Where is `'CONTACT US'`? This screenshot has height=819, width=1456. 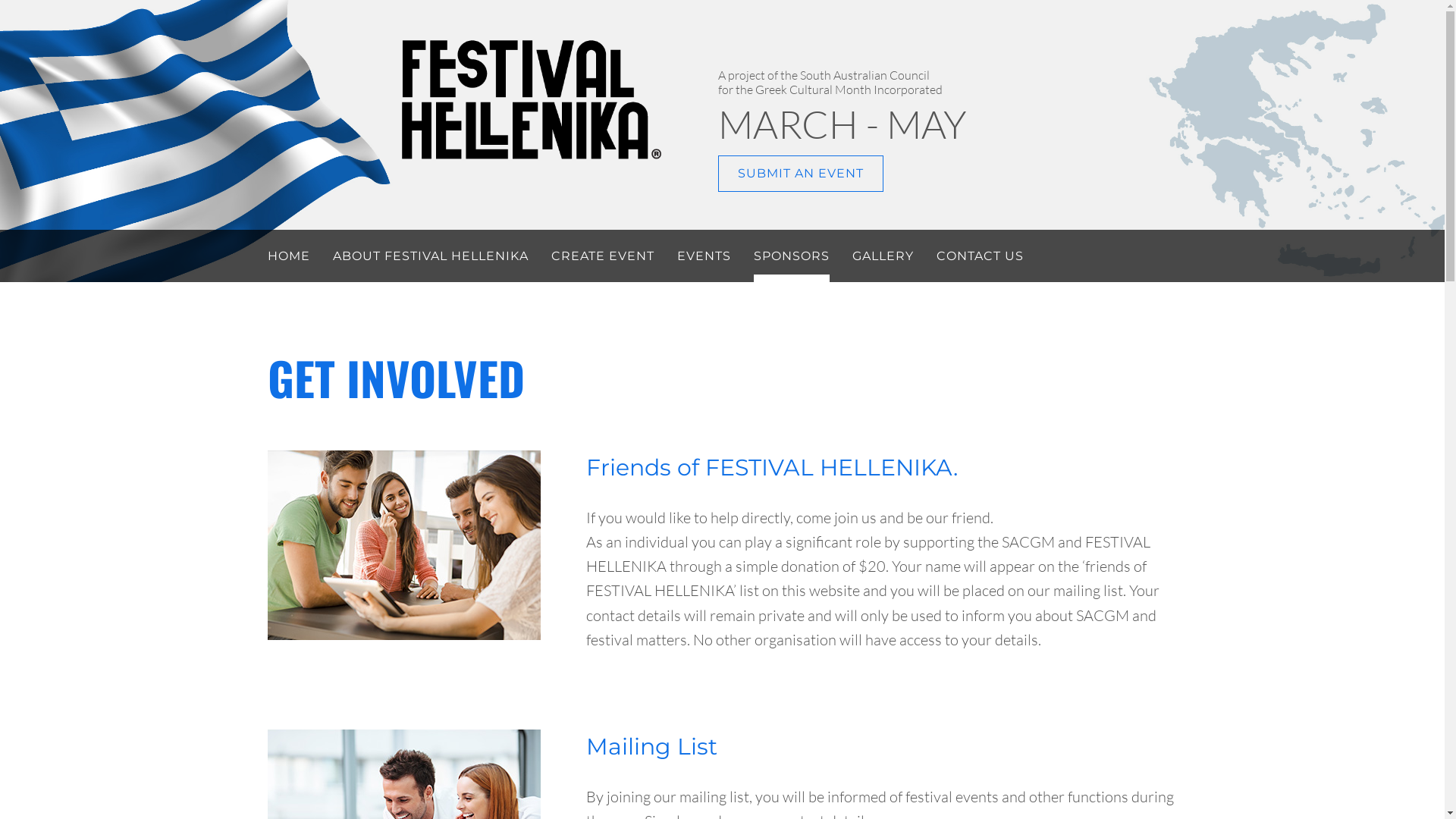
'CONTACT US' is located at coordinates (979, 255).